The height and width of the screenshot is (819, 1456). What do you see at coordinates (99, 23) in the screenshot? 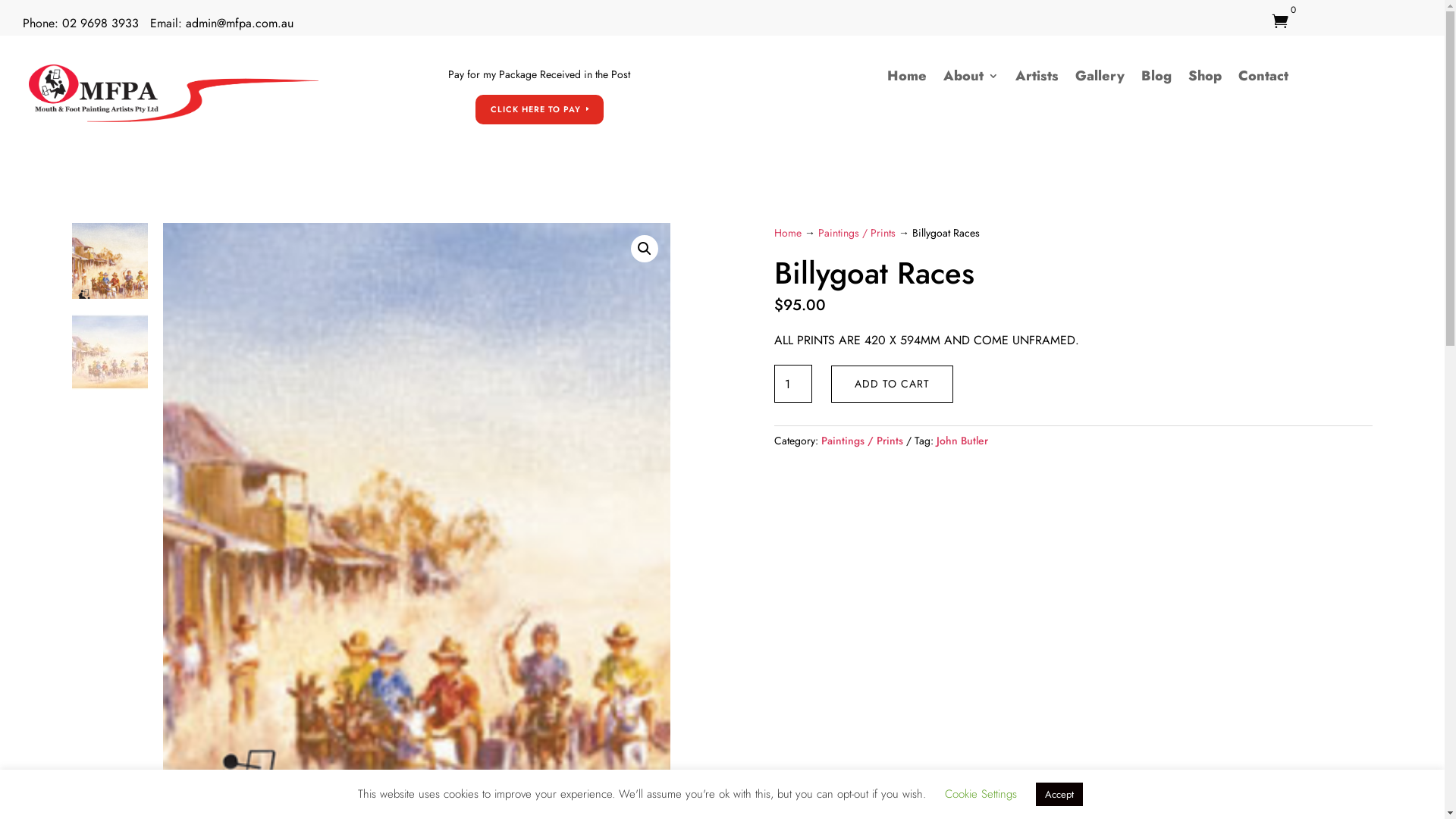
I see `'02 9698 3933'` at bounding box center [99, 23].